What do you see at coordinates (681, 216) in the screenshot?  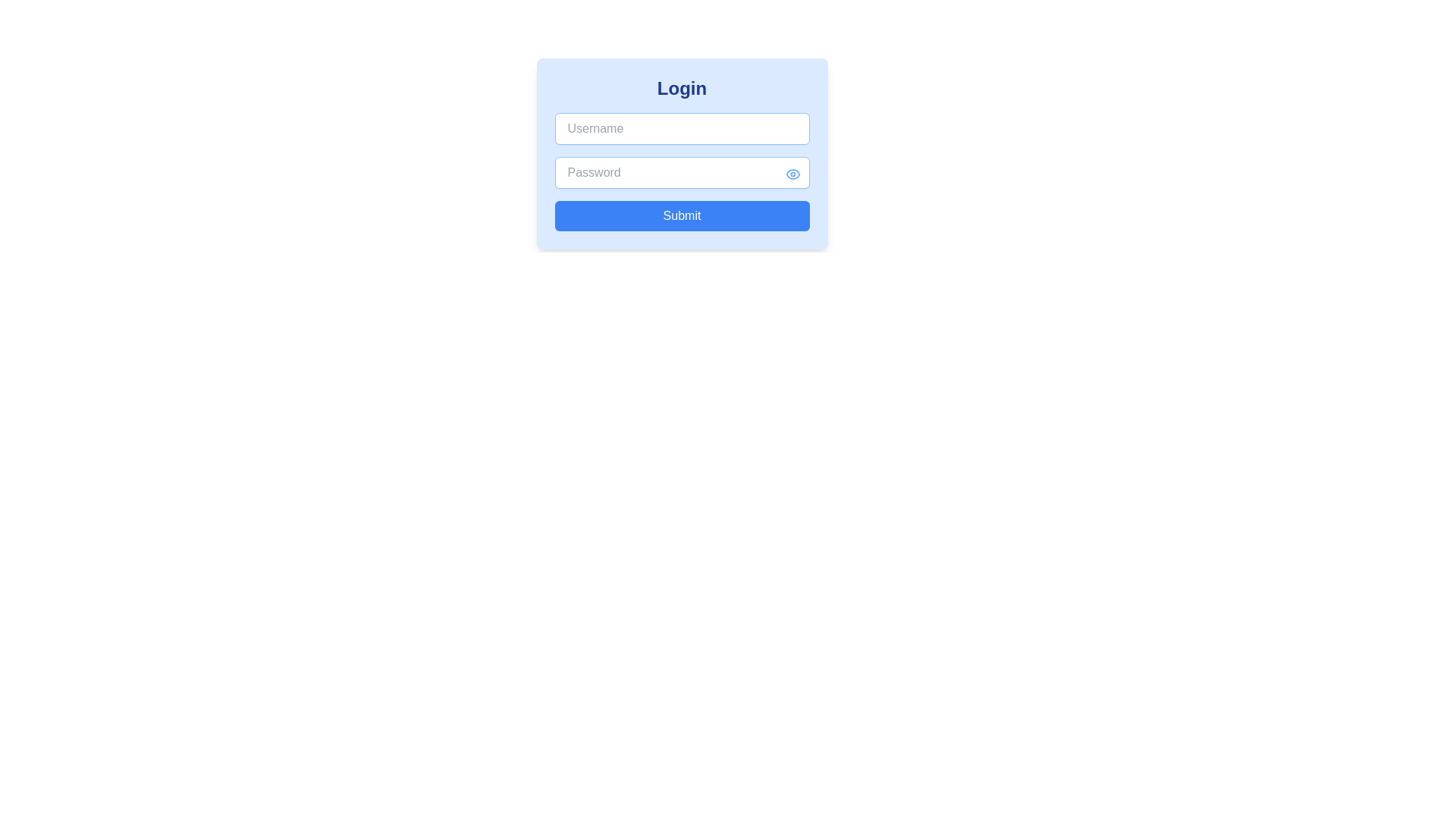 I see `the blue 'Submit' button at the bottom of the login form` at bounding box center [681, 216].